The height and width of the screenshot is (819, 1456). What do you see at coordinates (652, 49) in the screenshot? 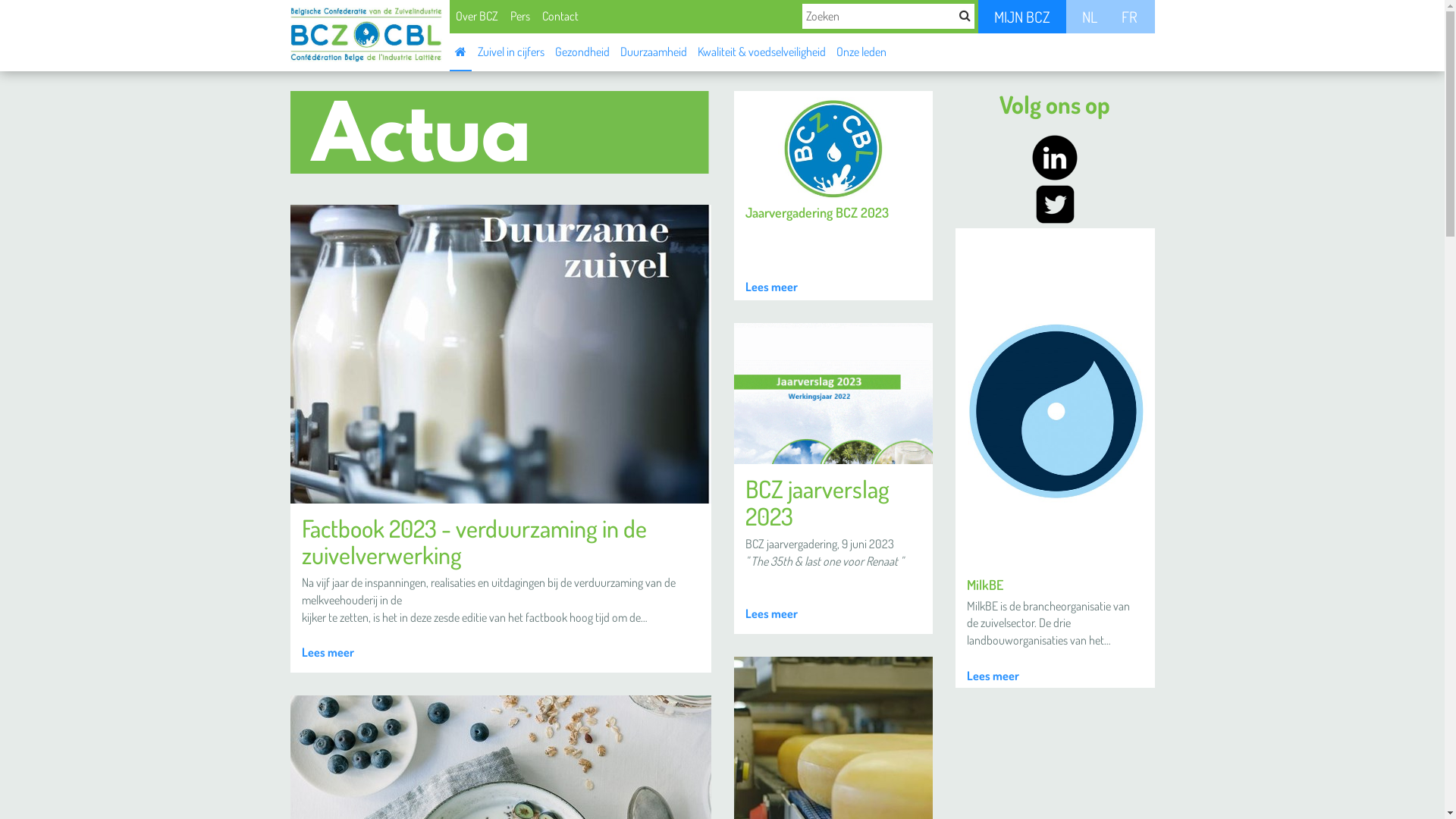
I see `'Duurzaamheid'` at bounding box center [652, 49].